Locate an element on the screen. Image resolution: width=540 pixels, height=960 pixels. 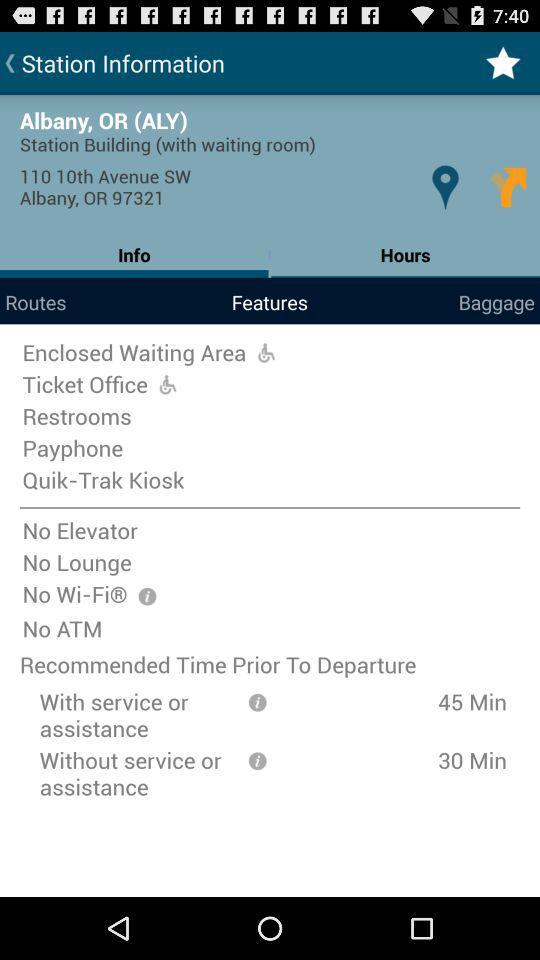
get more information about the selection no-wifi is located at coordinates (146, 596).